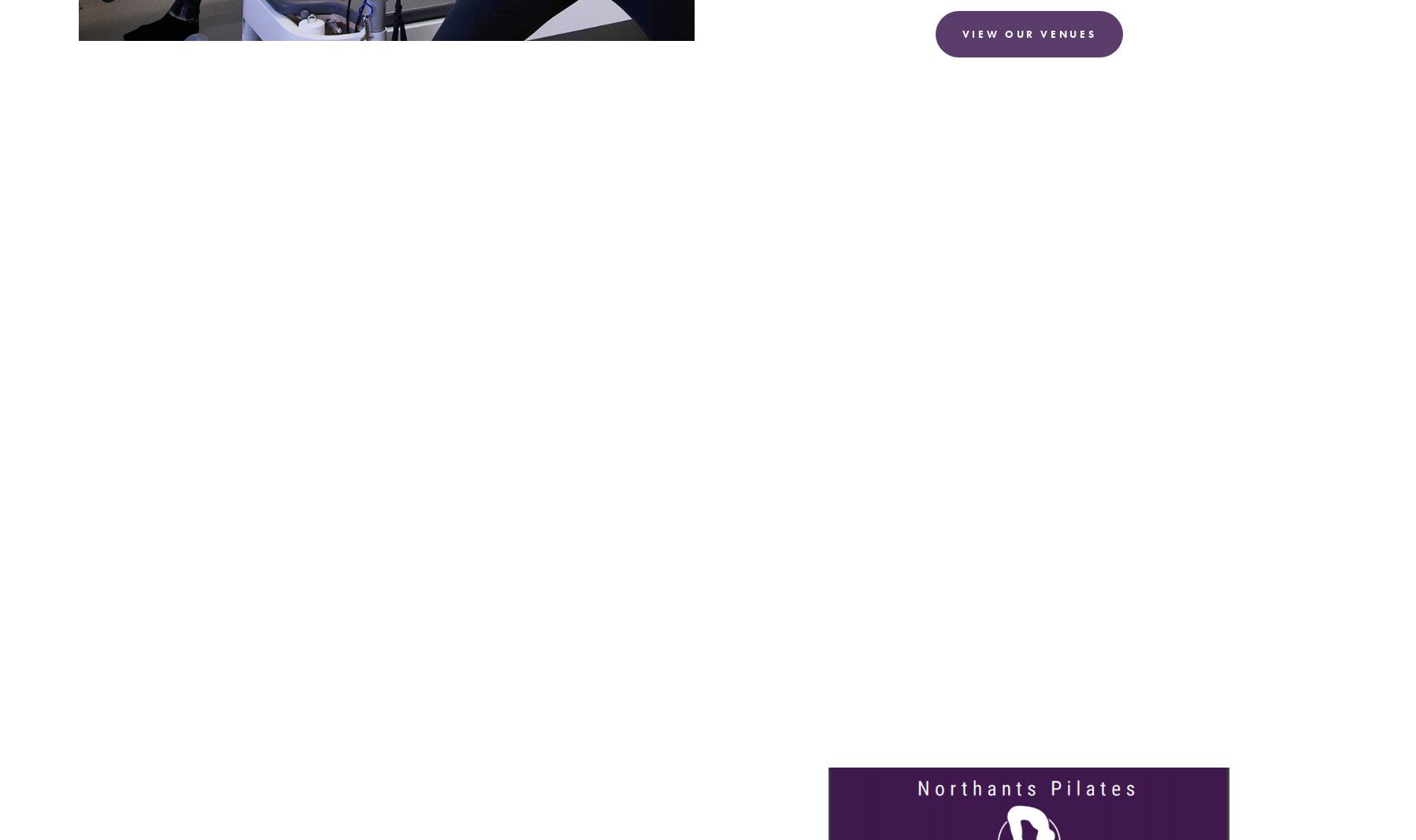 This screenshot has height=840, width=1416. I want to click on 'Get your free copy of the', so click(184, 784).